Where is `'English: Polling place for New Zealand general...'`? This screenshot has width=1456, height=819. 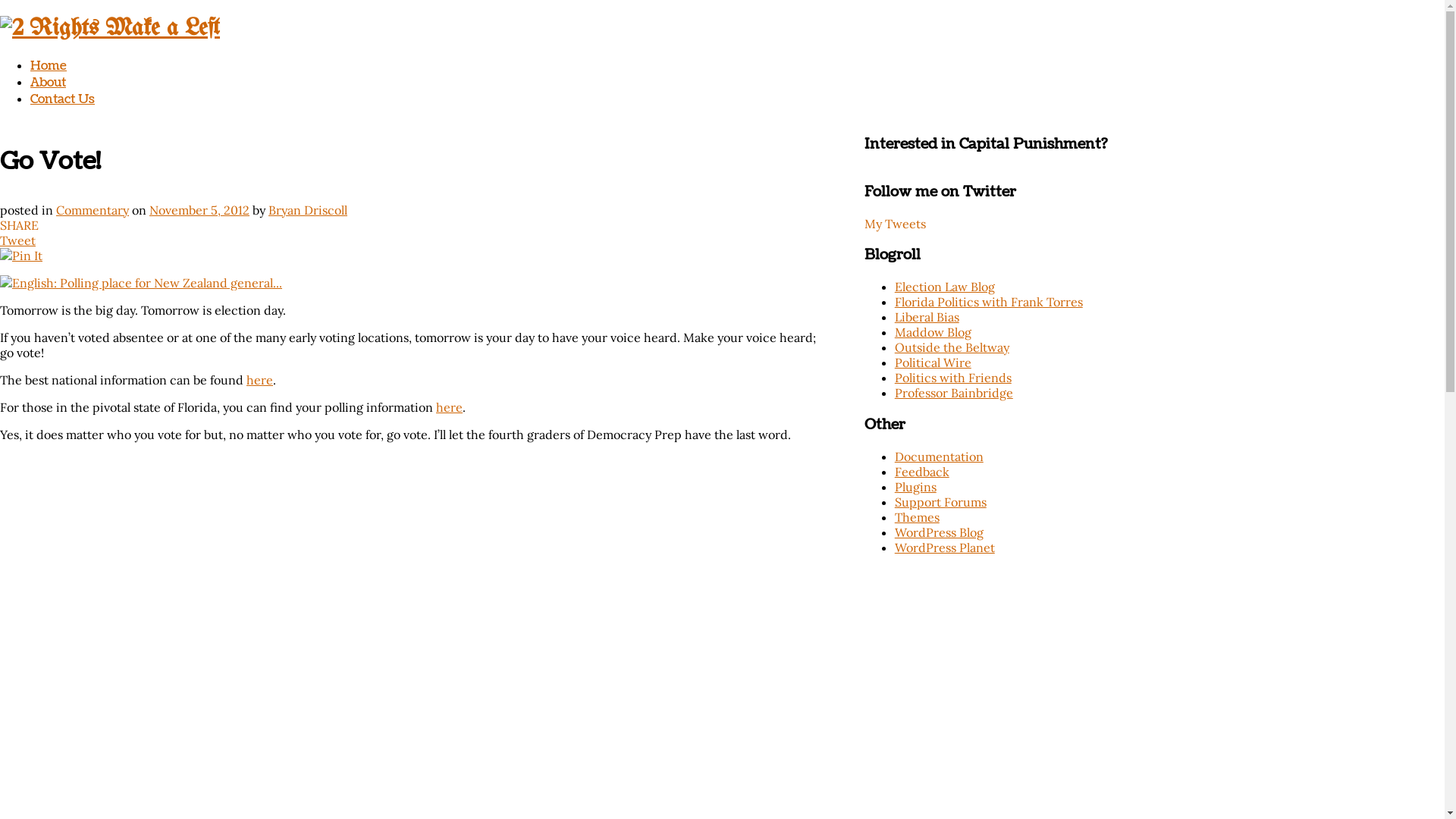 'English: Polling place for New Zealand general...' is located at coordinates (141, 283).